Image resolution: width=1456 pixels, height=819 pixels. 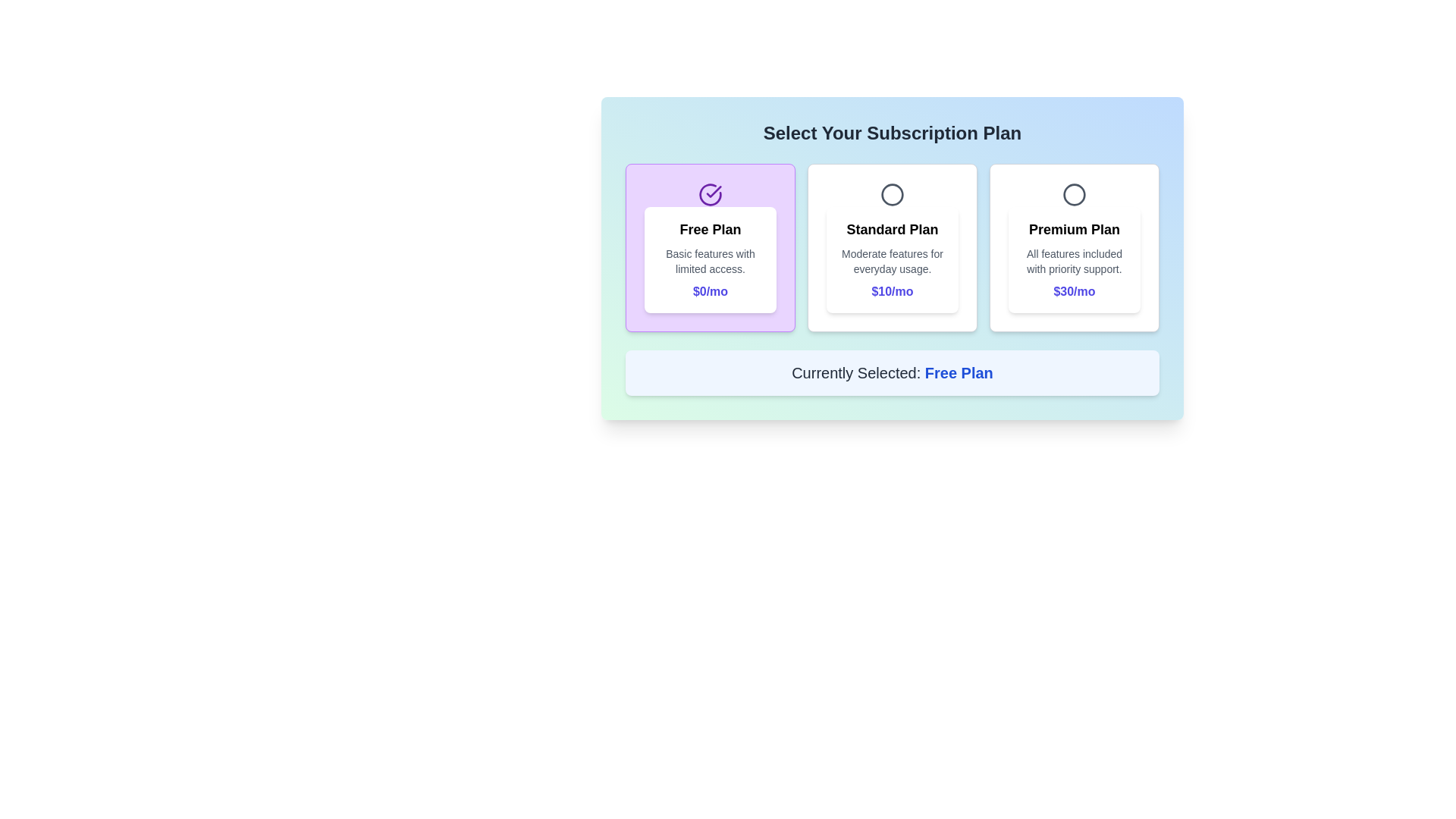 I want to click on the Informational Banner displaying the currently selected subscription plan, located at the bottom of the subscription selection interface, so click(x=892, y=373).